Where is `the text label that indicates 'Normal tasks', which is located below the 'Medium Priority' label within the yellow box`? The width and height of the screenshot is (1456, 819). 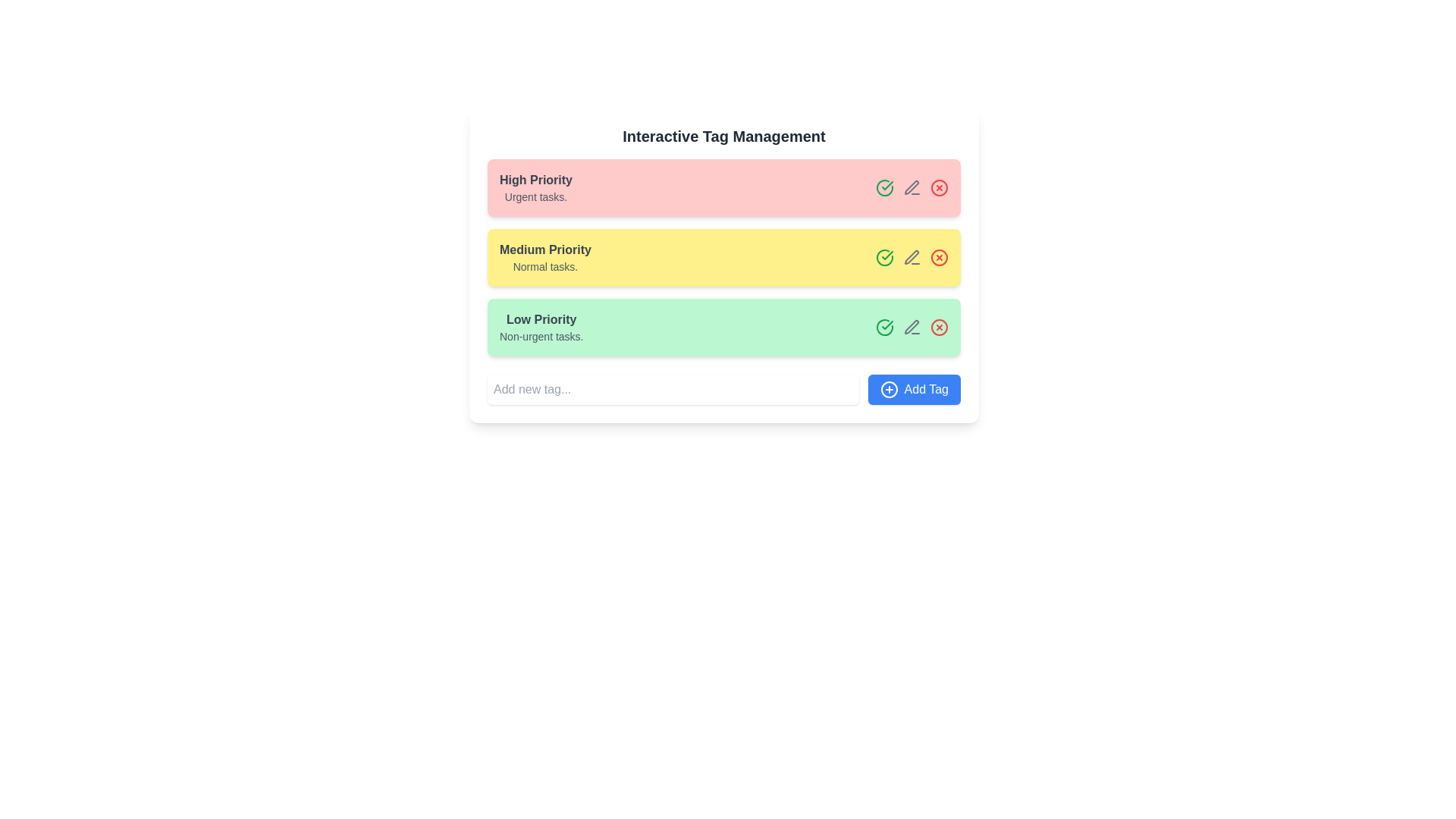
the text label that indicates 'Normal tasks', which is located below the 'Medium Priority' label within the yellow box is located at coordinates (545, 265).